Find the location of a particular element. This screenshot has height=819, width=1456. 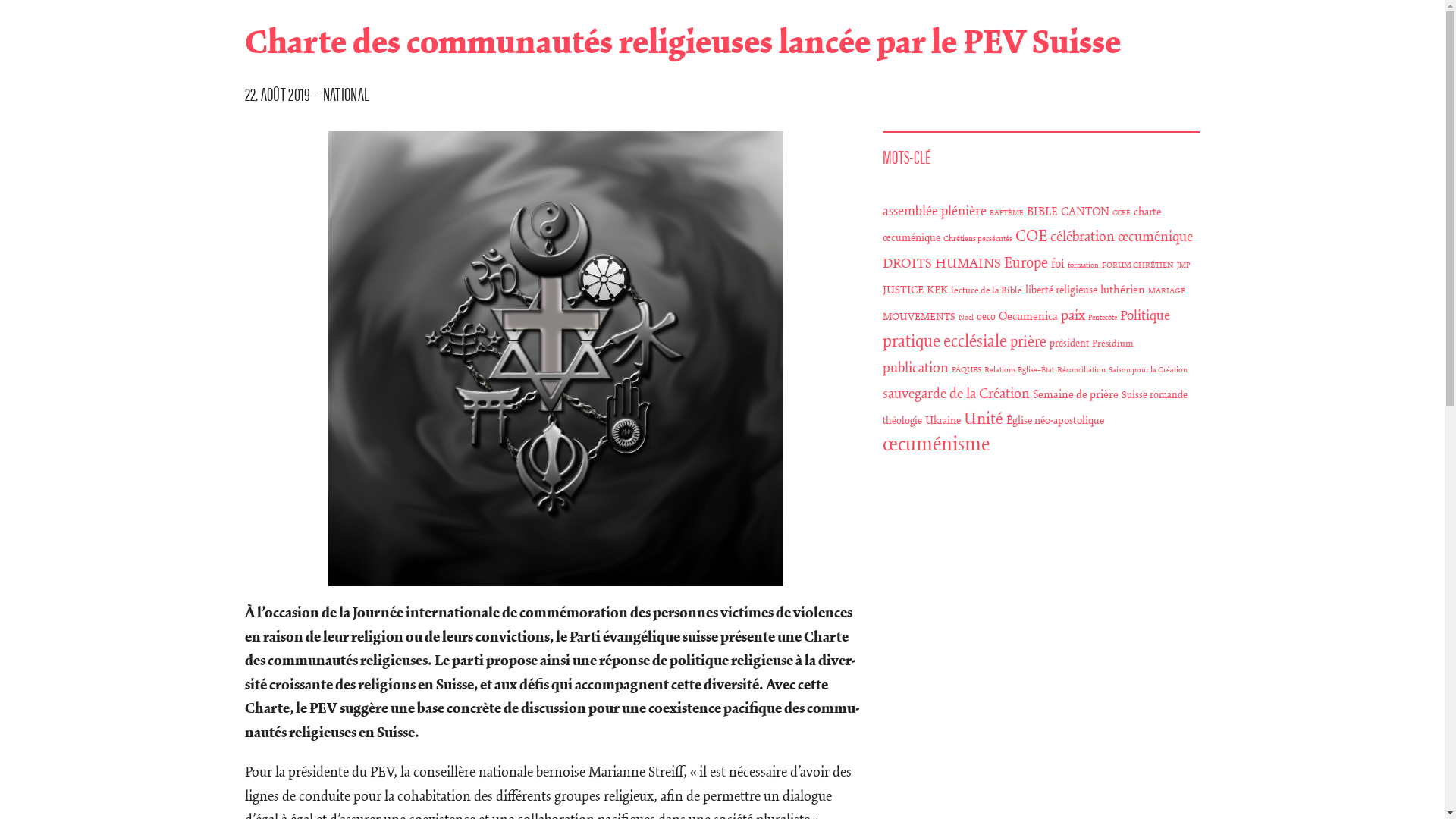

'foi' is located at coordinates (1057, 263).